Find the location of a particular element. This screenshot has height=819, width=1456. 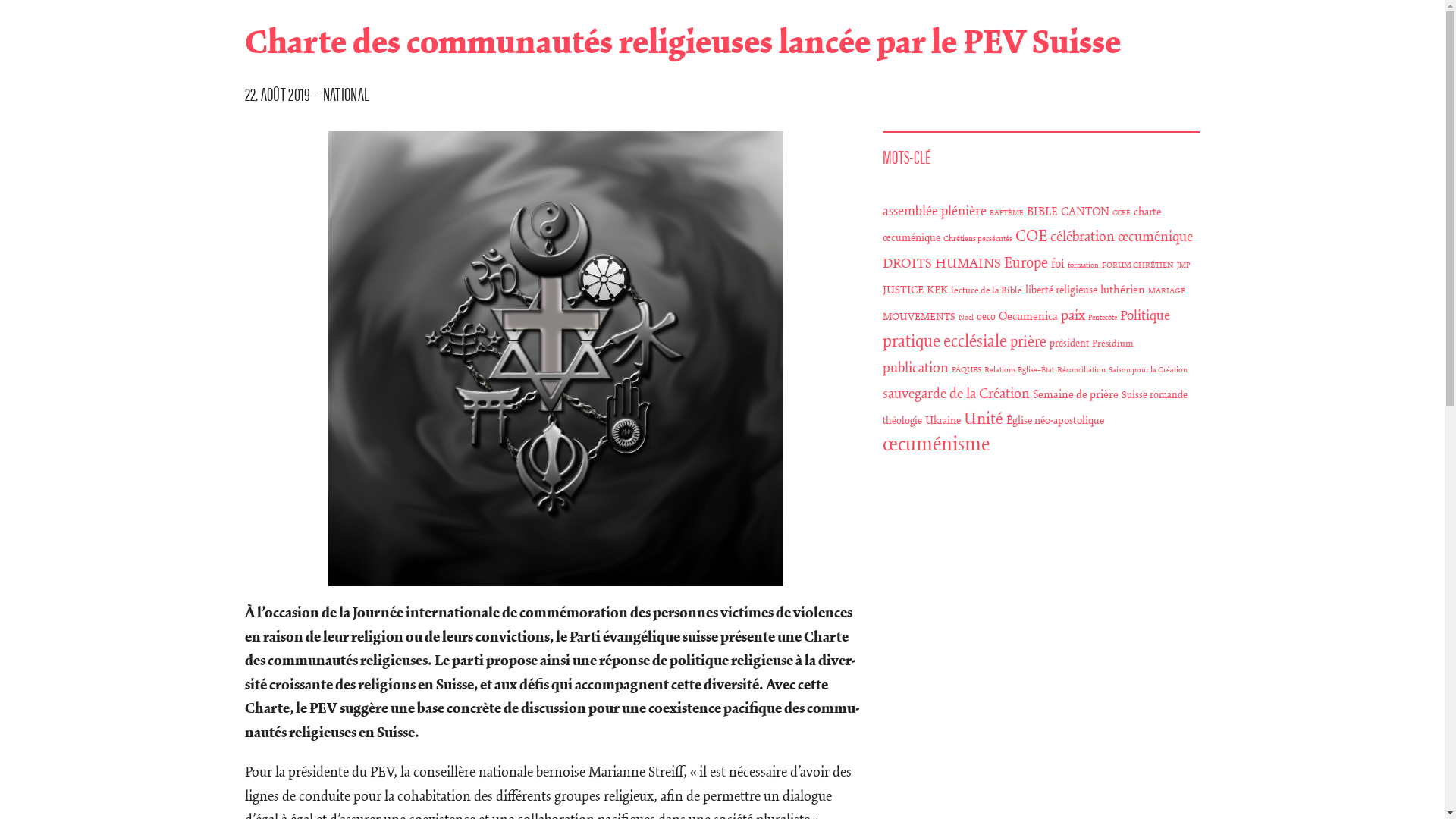

'foi' is located at coordinates (1057, 263).